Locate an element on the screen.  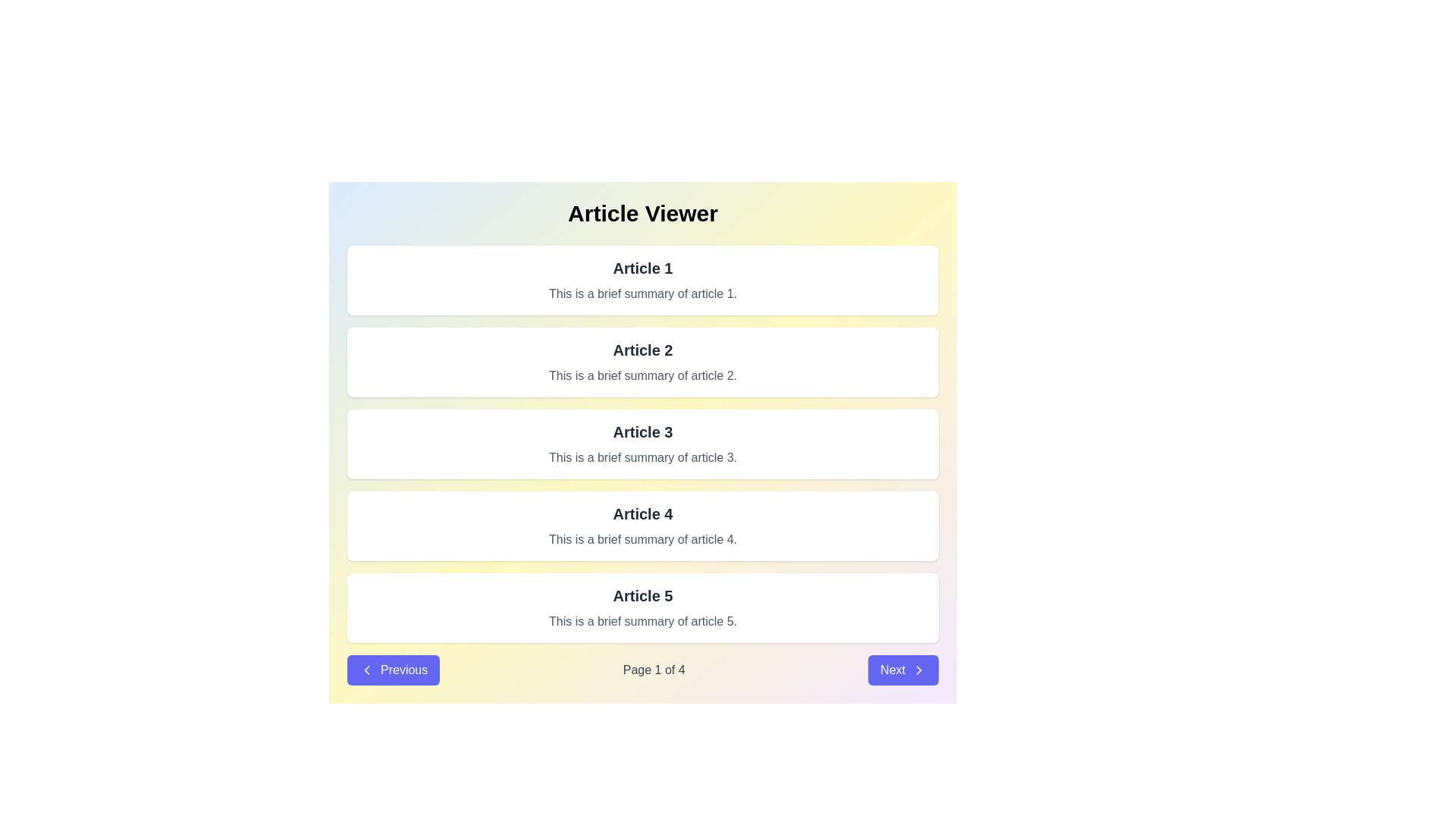
the 'Article 2' text label, which is displayed in a bold font within a white, shadowed rectangular card, centrally positioned in the second card of a vertically arranged list is located at coordinates (643, 350).